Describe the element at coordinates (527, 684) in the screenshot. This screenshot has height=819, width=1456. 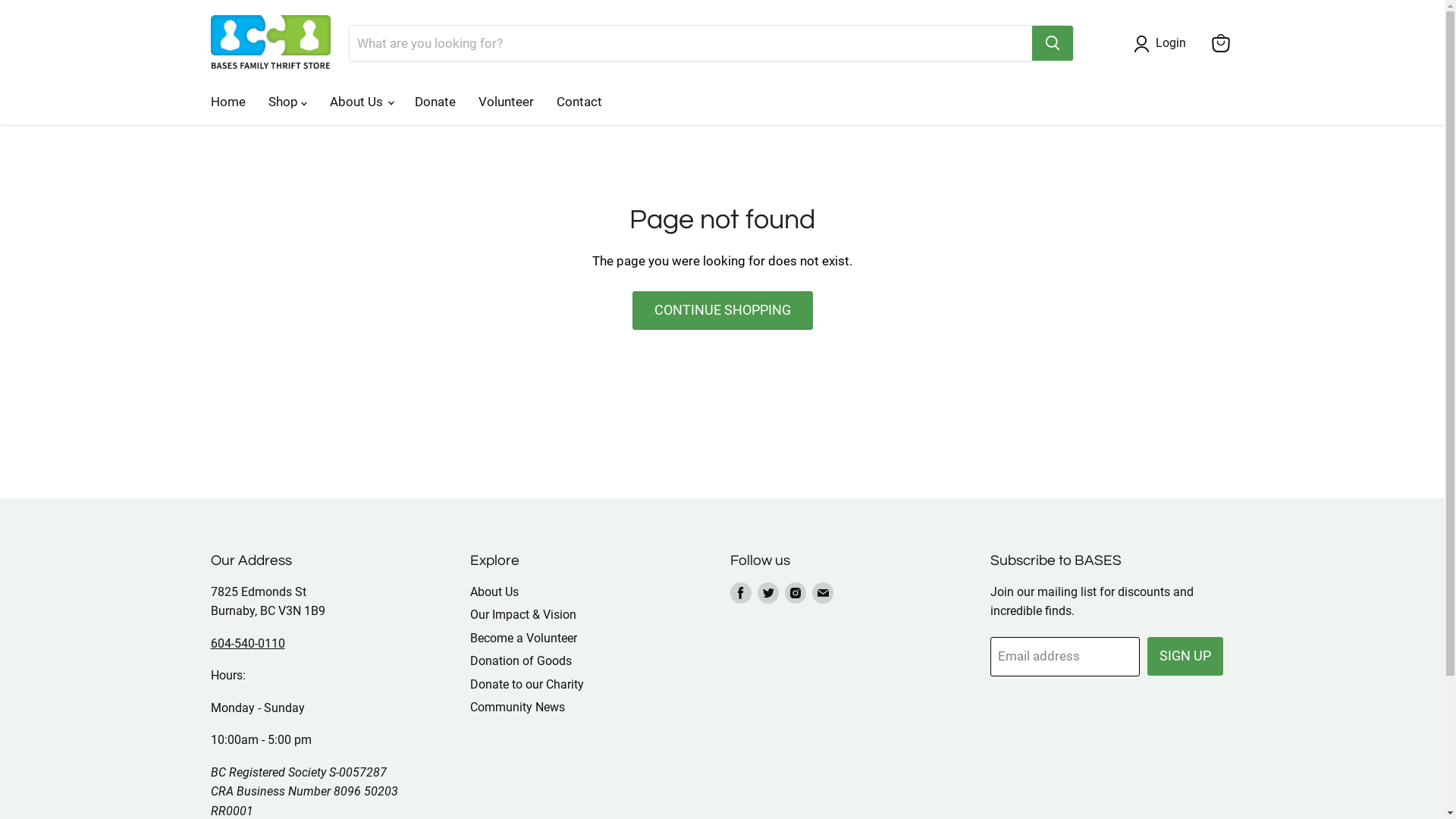
I see `'Donate to our Charity'` at that location.